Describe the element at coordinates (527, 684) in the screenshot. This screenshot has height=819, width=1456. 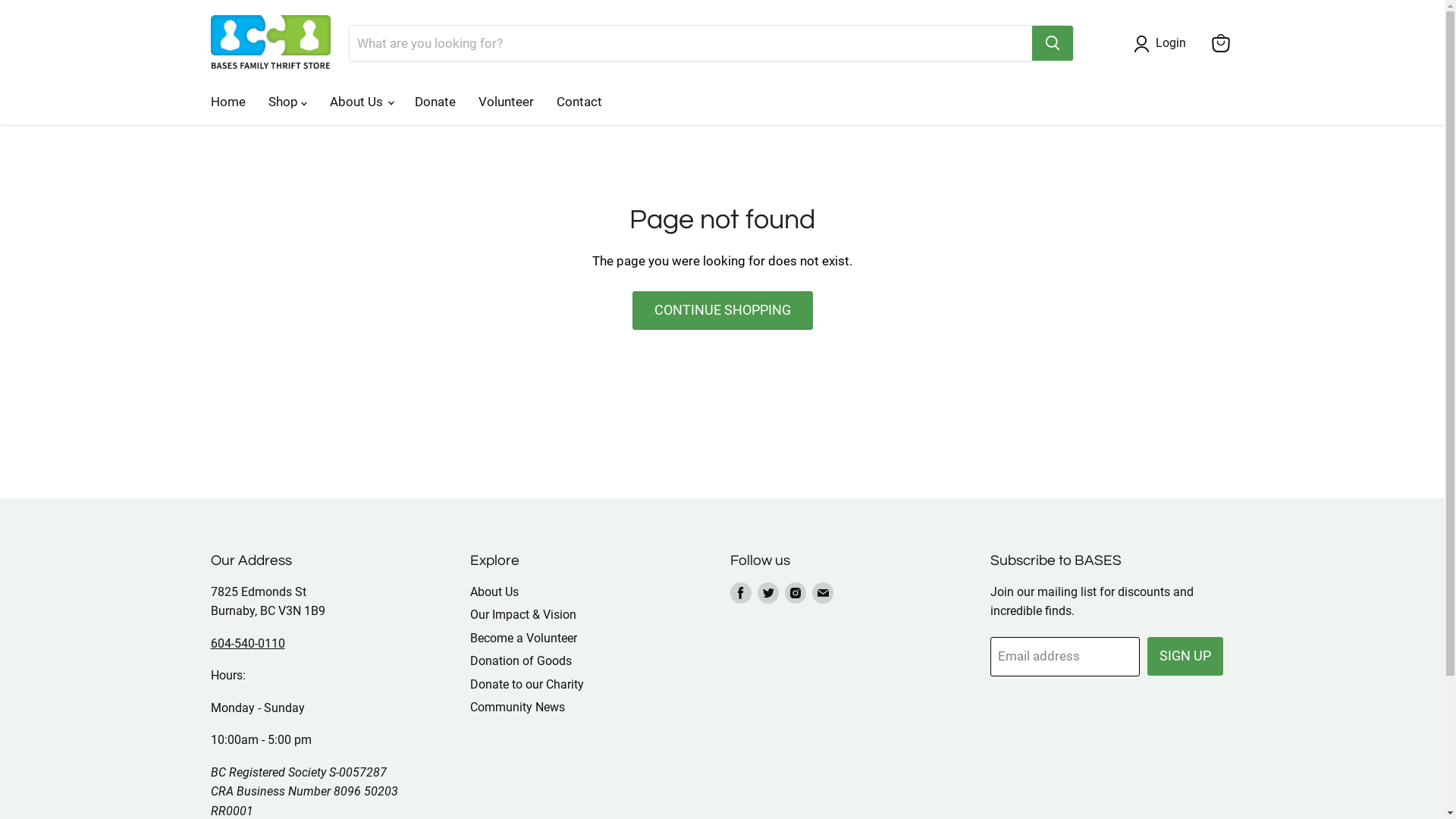
I see `'Donate to our Charity'` at that location.